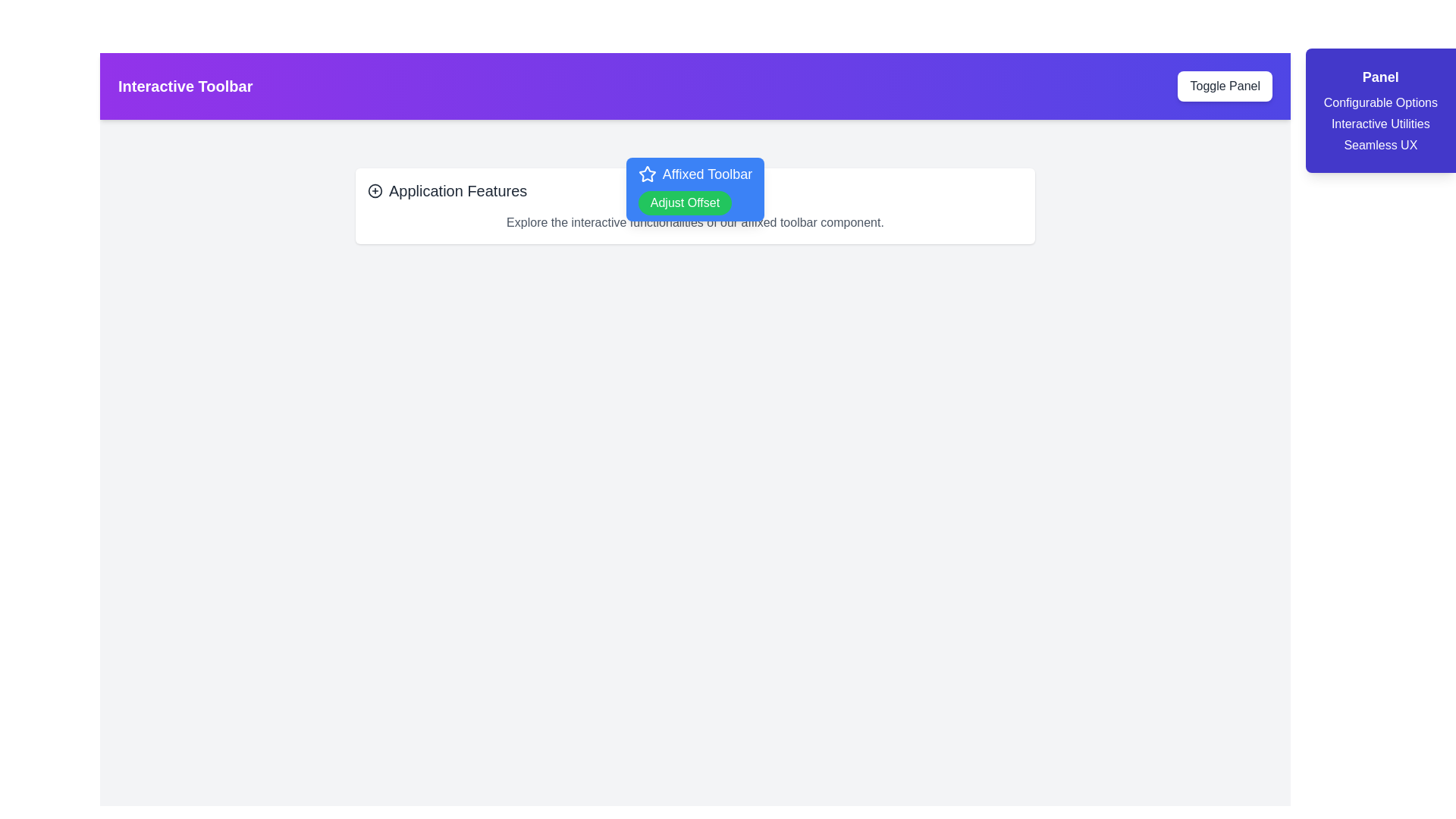 The image size is (1456, 819). What do you see at coordinates (1225, 86) in the screenshot?
I see `the 'Toggle Panel' button, which is a rectangular button with a white background and black text, located at the top-right corner of the toolbar` at bounding box center [1225, 86].